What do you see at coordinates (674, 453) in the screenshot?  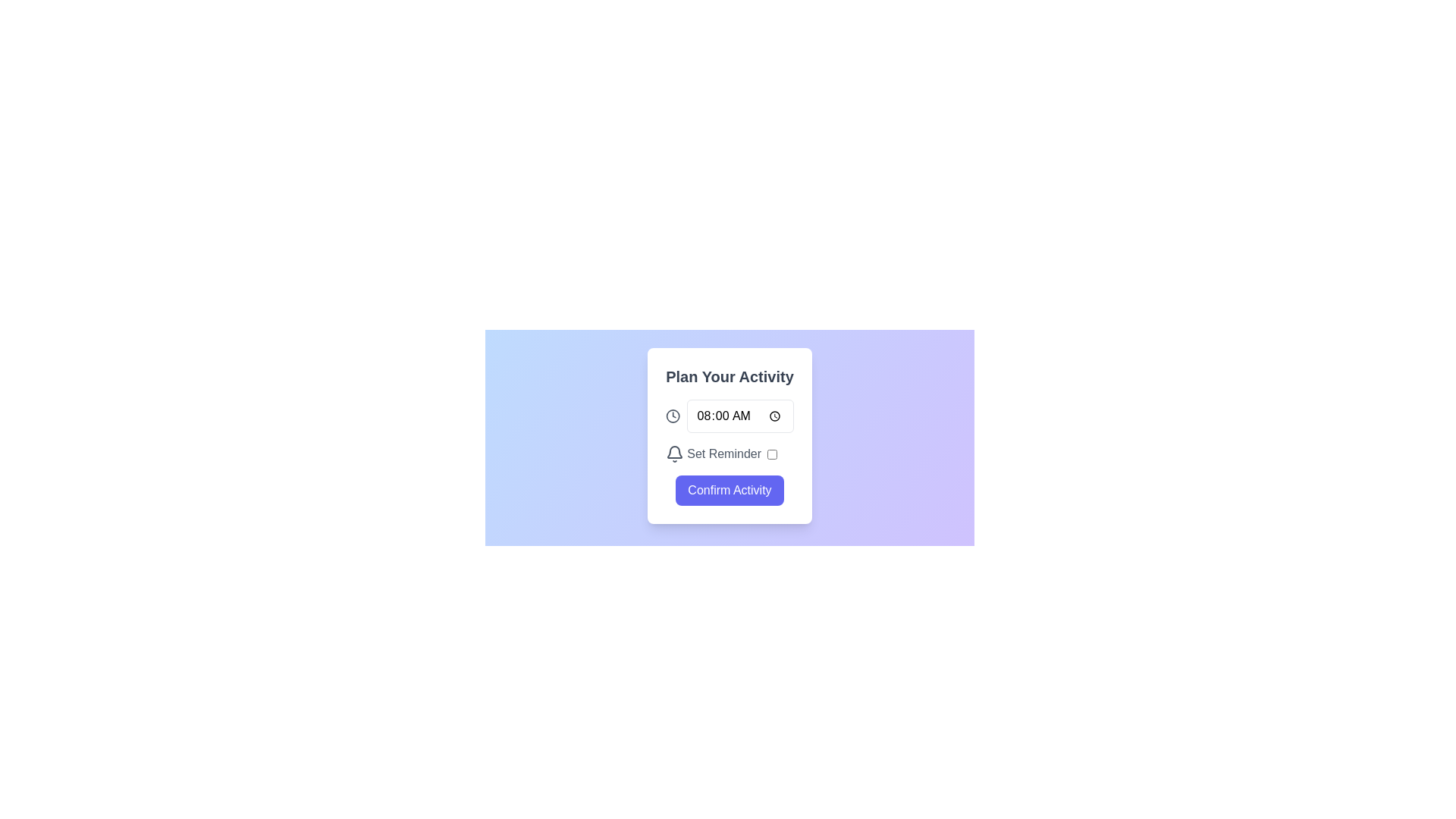 I see `the bell icon representing the reminder functionality, which is positioned to the left of the 'Set Reminder' label and adjacent to a checkbox` at bounding box center [674, 453].